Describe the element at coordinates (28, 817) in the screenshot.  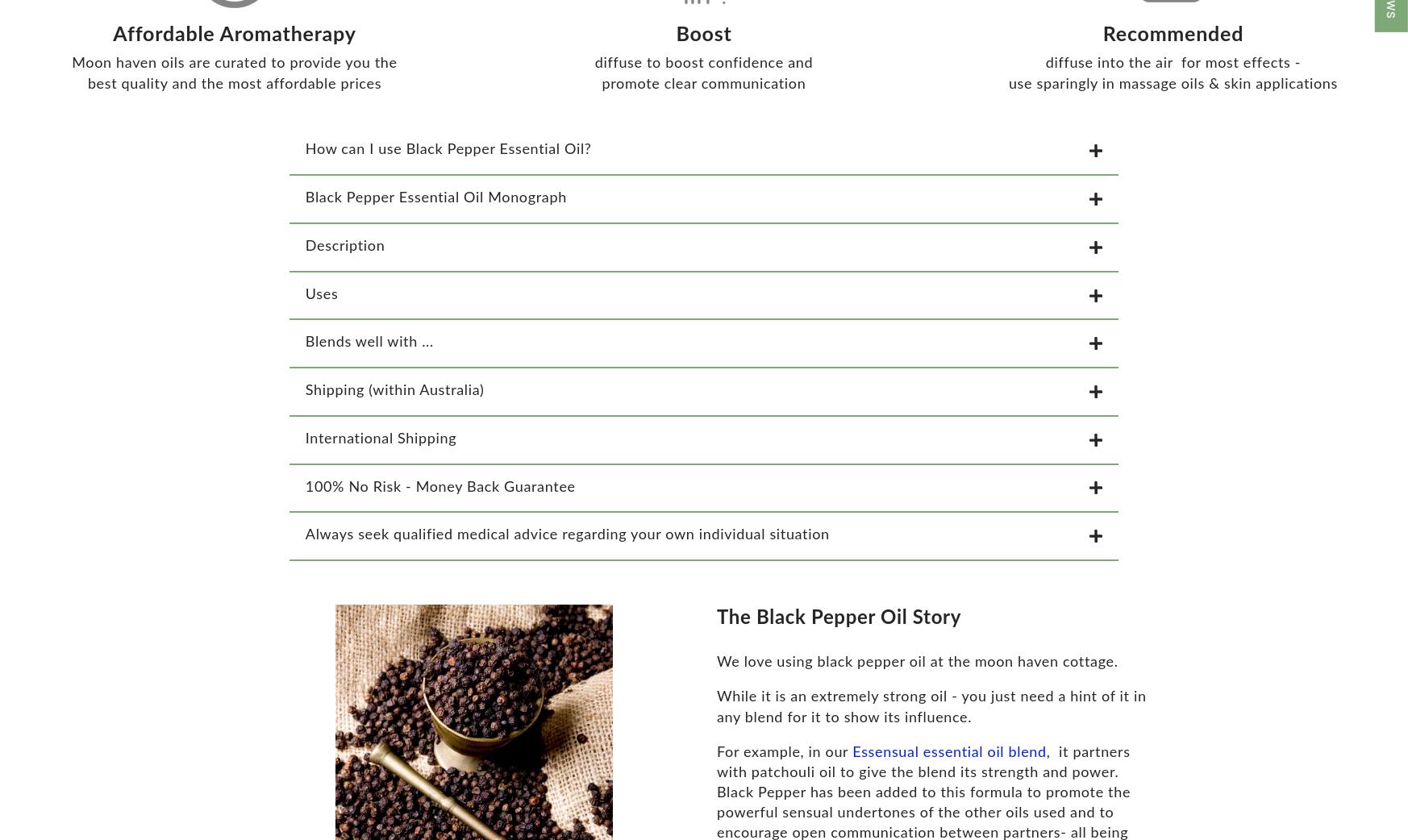
I see `'$20.00'` at that location.